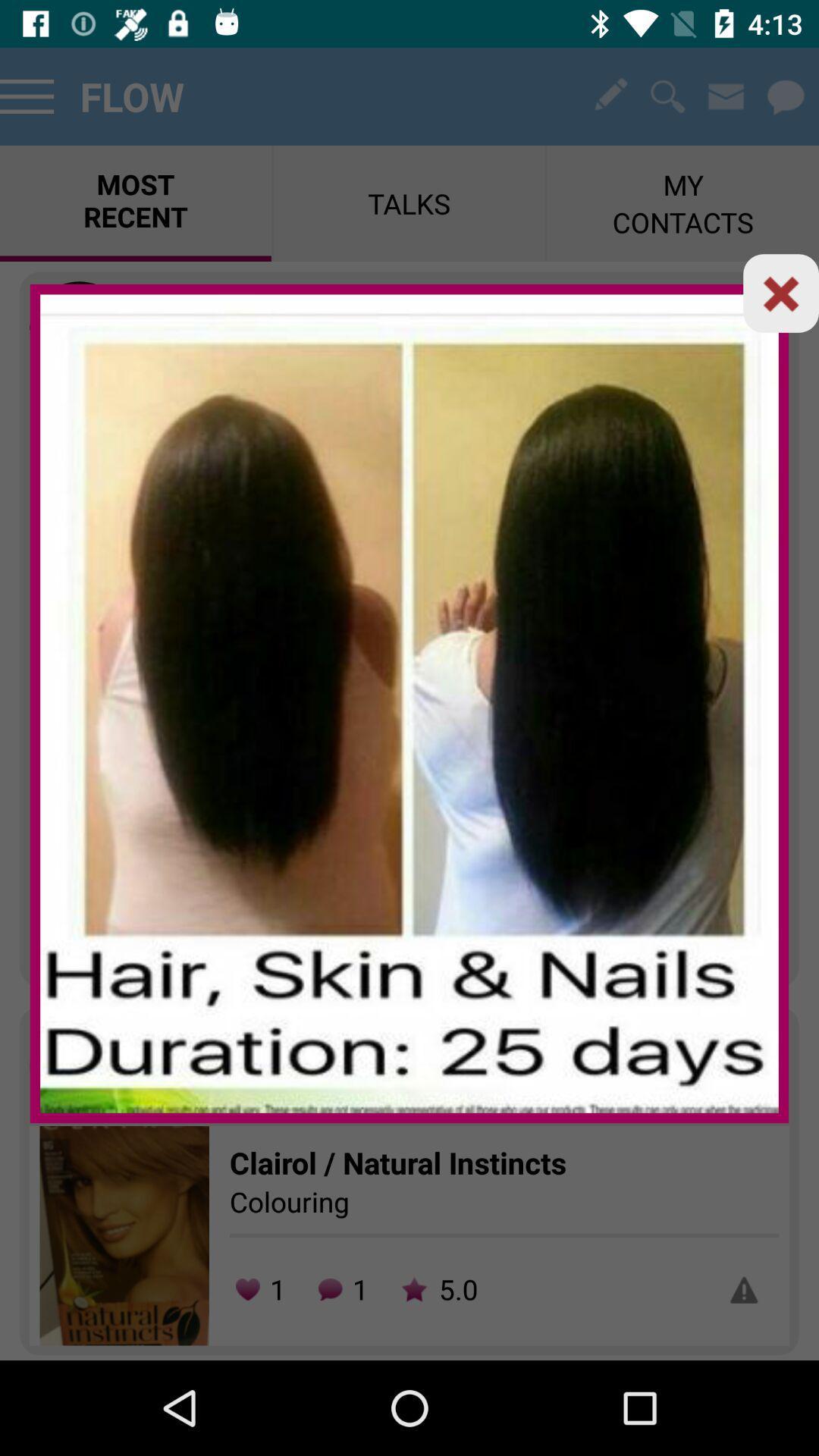 Image resolution: width=819 pixels, height=1456 pixels. I want to click on window, so click(781, 293).